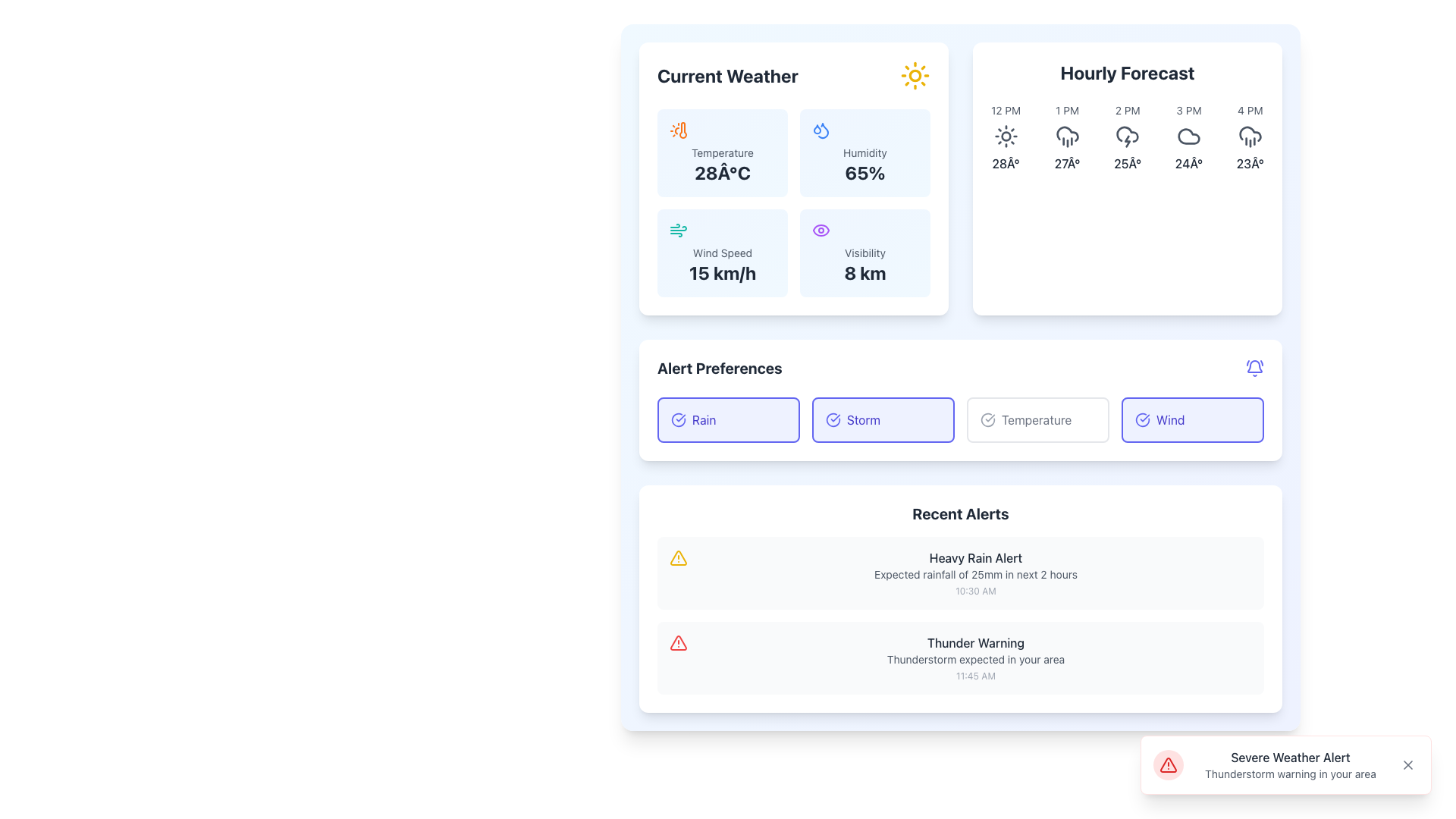 The width and height of the screenshot is (1456, 819). I want to click on the third list item in the Hourly Forecast section that displays the weather forecast for 2 PM, so click(1128, 137).